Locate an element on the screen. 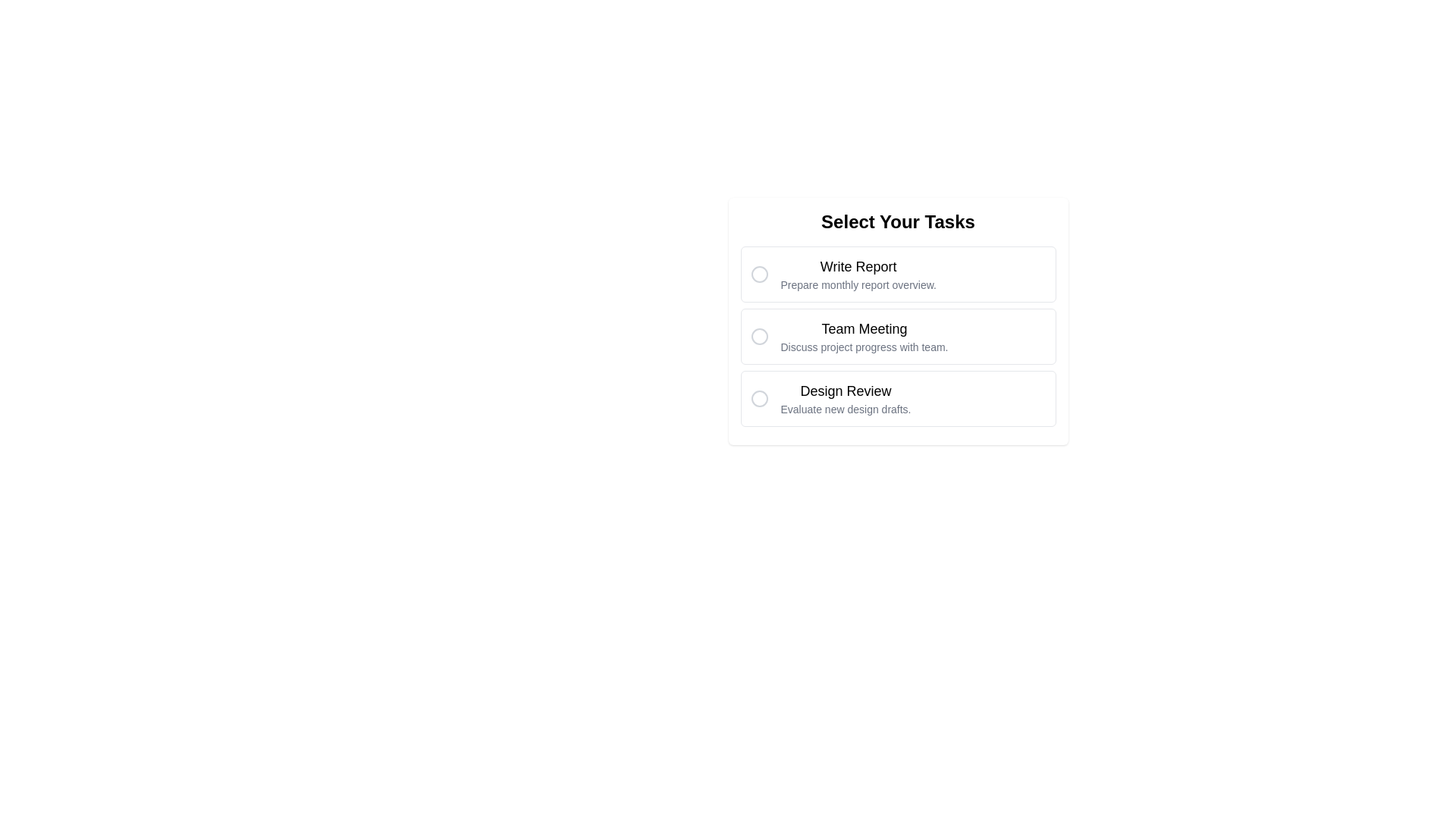  the circular SVG graphic representing the radio button for the 'Design Review' task, which is light gray with a radius of 10 units is located at coordinates (759, 397).